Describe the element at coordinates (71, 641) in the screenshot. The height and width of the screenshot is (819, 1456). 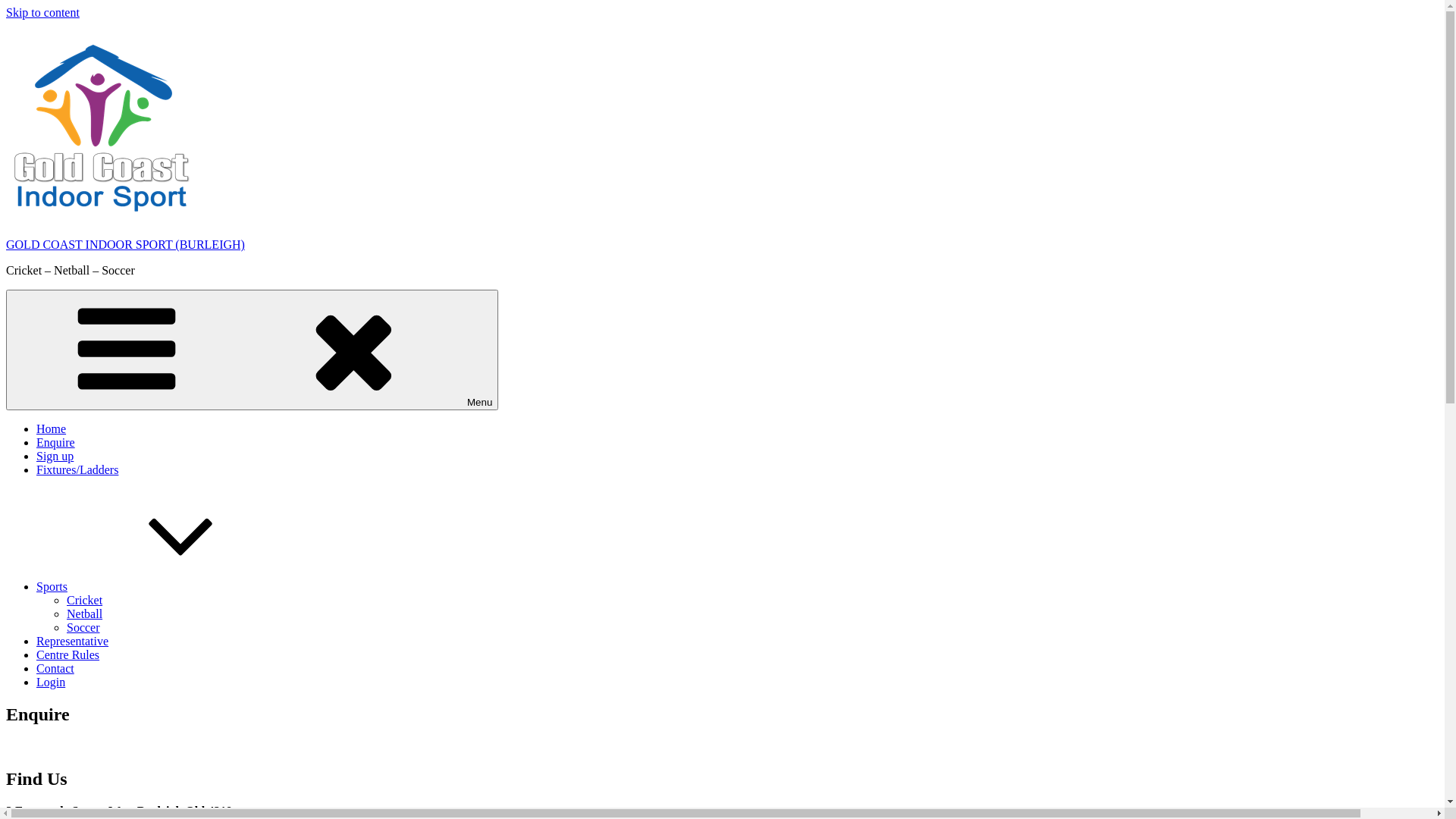
I see `'Representative'` at that location.